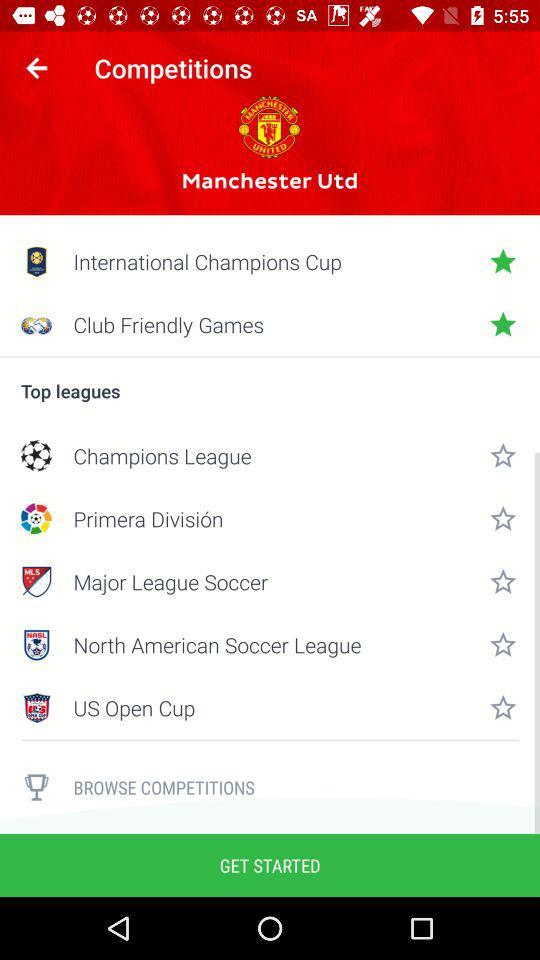  Describe the element at coordinates (270, 390) in the screenshot. I see `the top leagues icon` at that location.